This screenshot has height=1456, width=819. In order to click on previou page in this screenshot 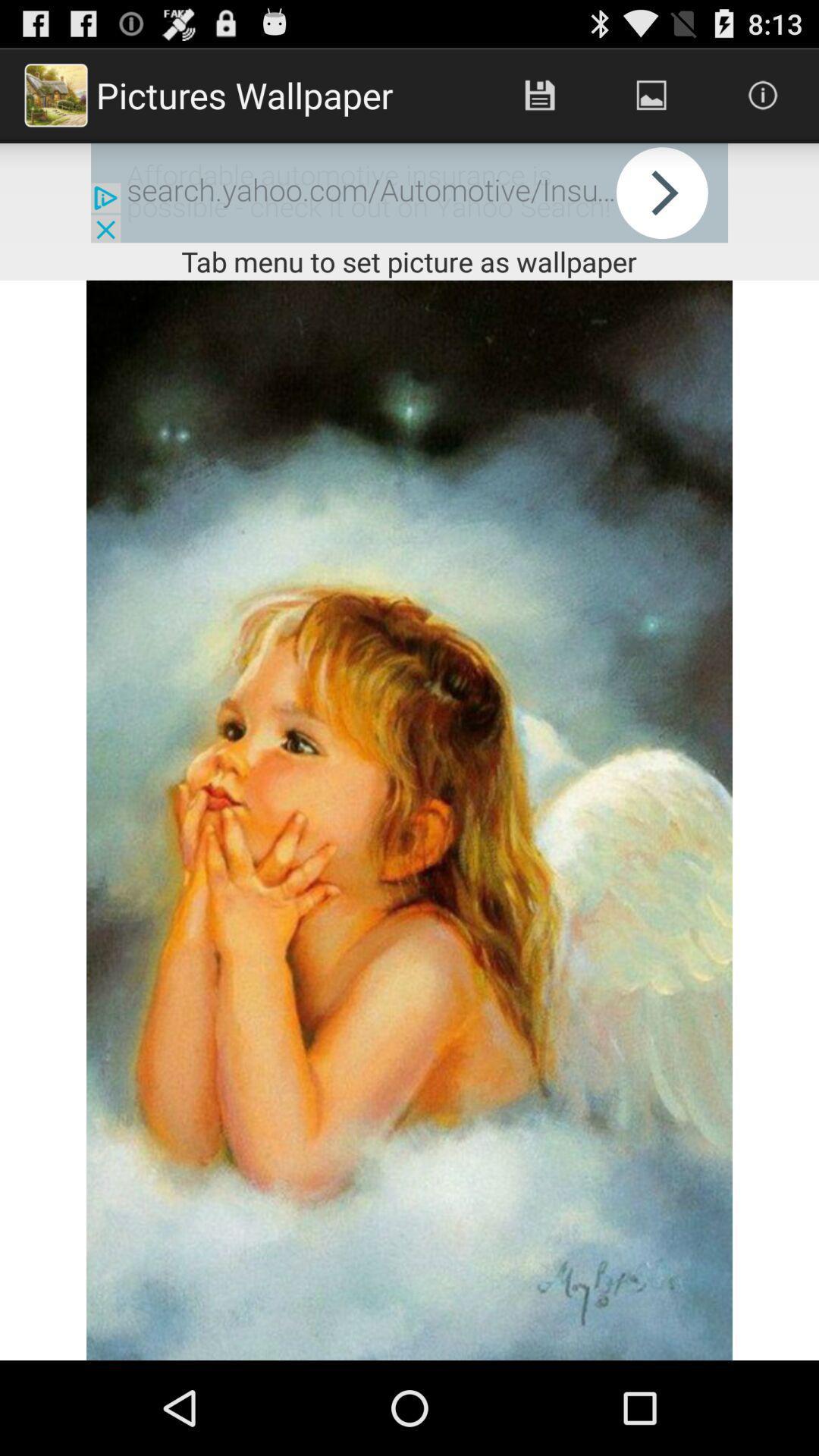, I will do `click(409, 192)`.